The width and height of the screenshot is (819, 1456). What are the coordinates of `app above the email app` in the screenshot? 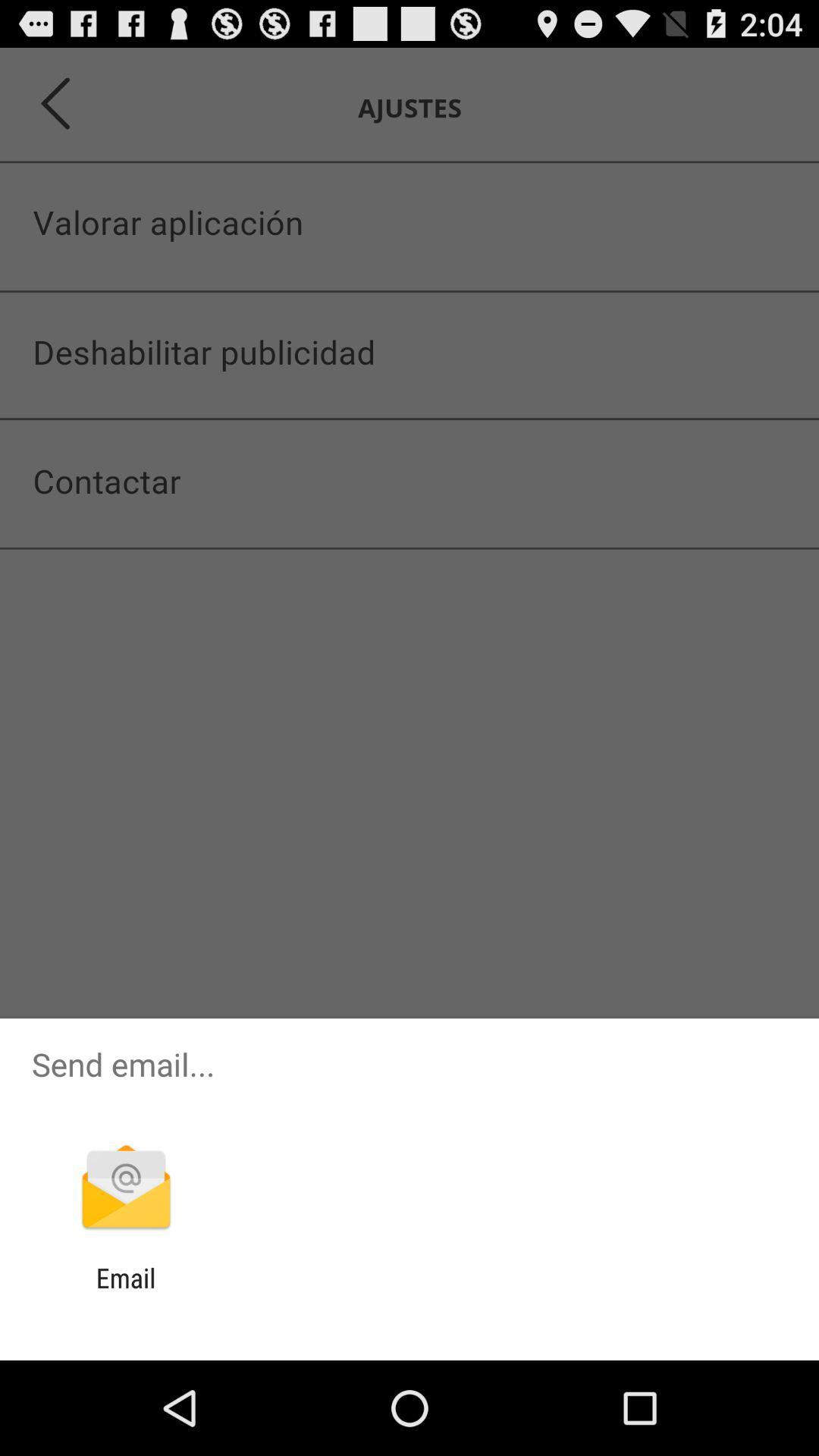 It's located at (125, 1188).